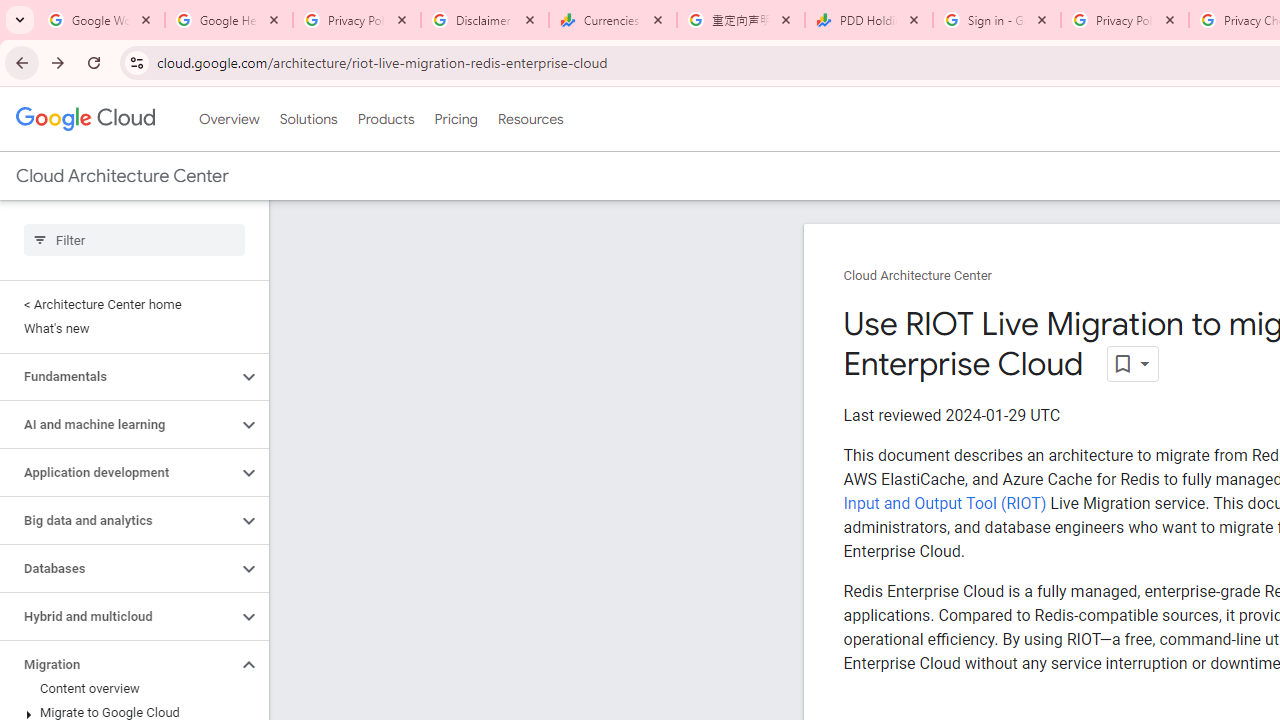 This screenshot has height=720, width=1280. Describe the element at coordinates (117, 664) in the screenshot. I see `'Migration'` at that location.